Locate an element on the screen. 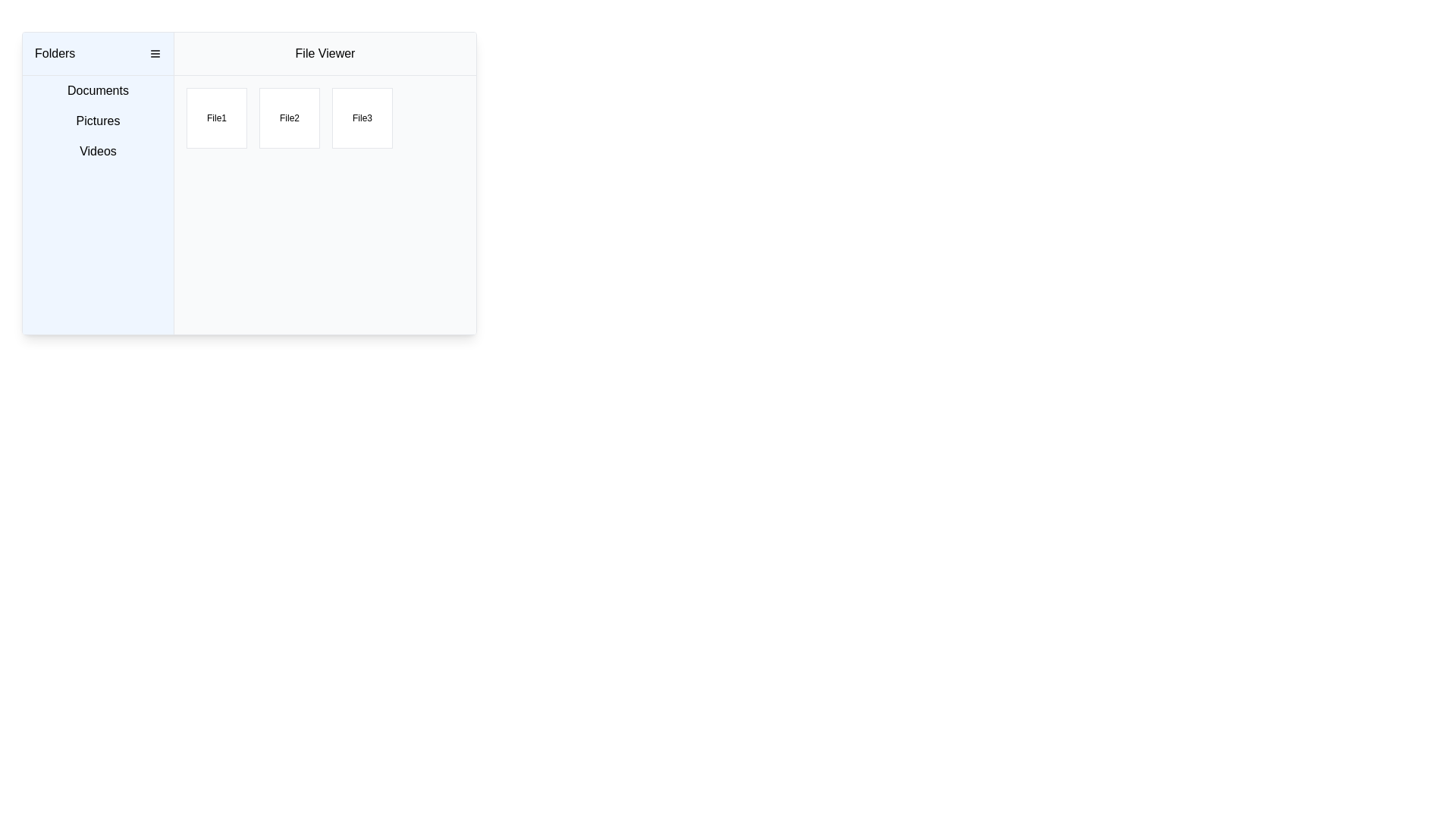 This screenshot has width=1456, height=819. the static text label that reads 'File3', which is displayed in the third box of a grid under the 'File Viewer' header is located at coordinates (362, 117).